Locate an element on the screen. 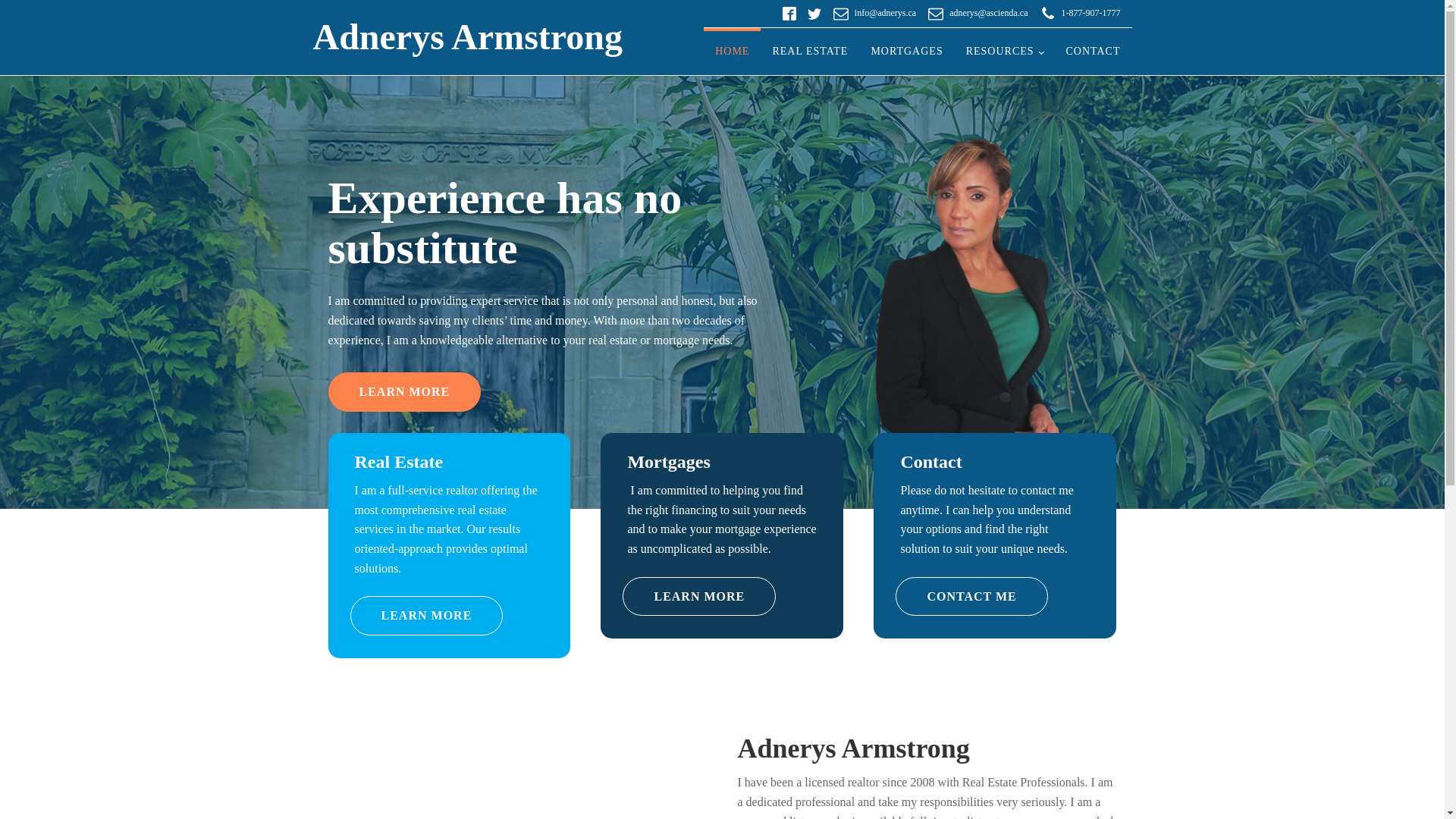  'CONTACT ME' is located at coordinates (971, 595).